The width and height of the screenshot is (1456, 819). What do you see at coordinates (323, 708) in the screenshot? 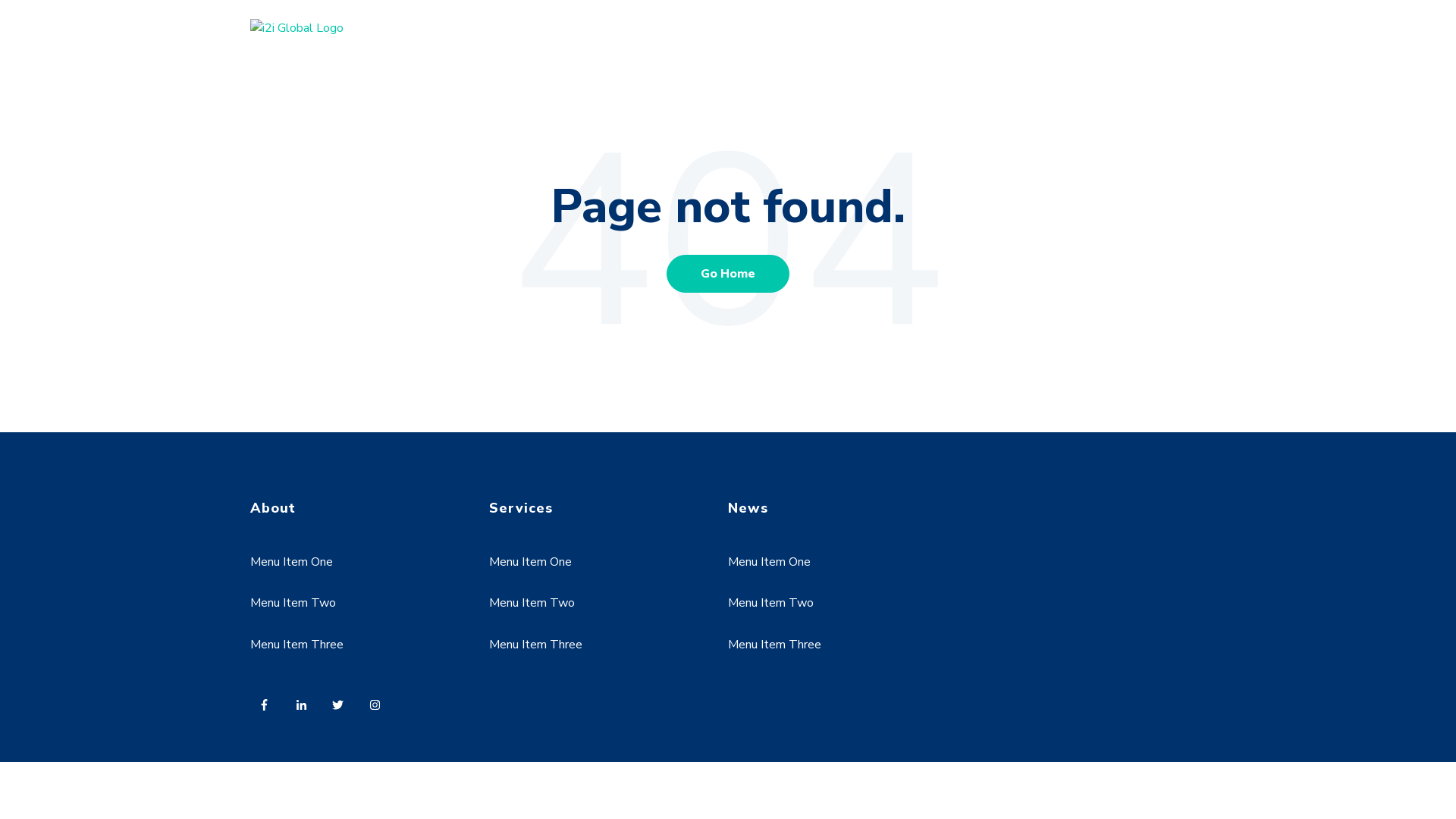
I see `'Follow us on Twitter'` at bounding box center [323, 708].